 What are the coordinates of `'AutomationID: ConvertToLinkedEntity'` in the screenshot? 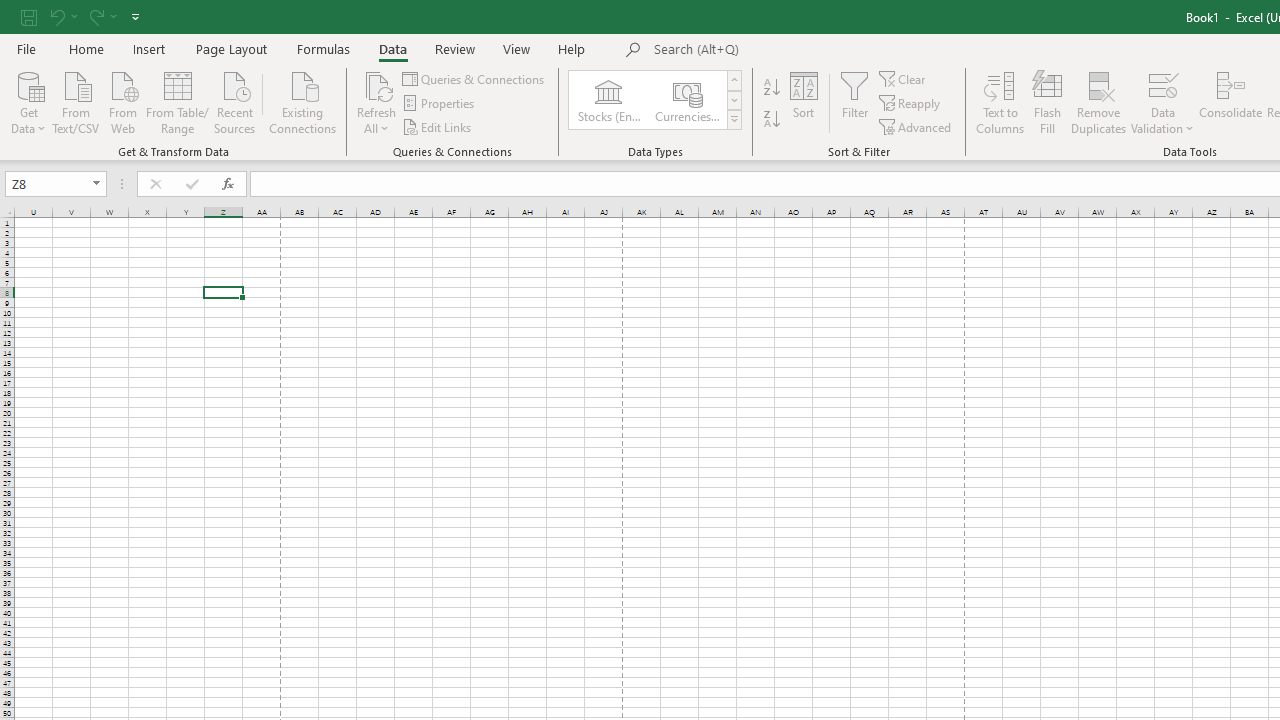 It's located at (656, 100).